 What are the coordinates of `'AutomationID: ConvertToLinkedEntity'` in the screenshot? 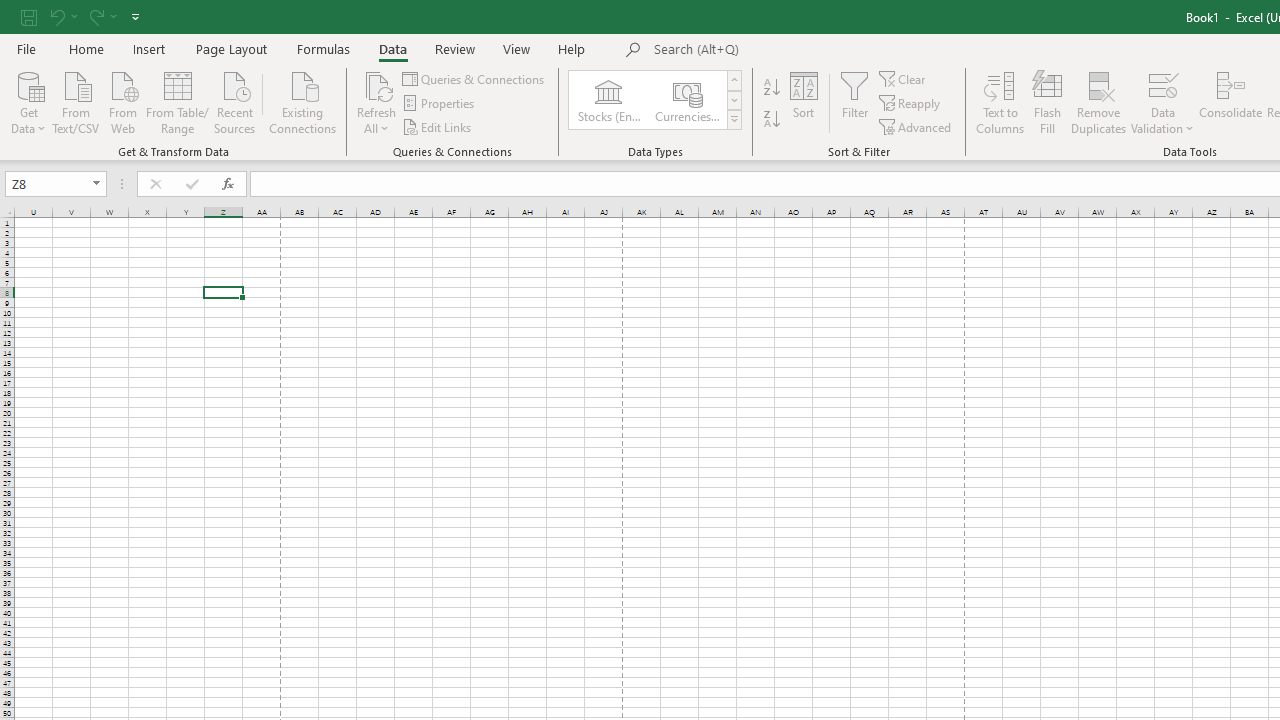 It's located at (656, 100).